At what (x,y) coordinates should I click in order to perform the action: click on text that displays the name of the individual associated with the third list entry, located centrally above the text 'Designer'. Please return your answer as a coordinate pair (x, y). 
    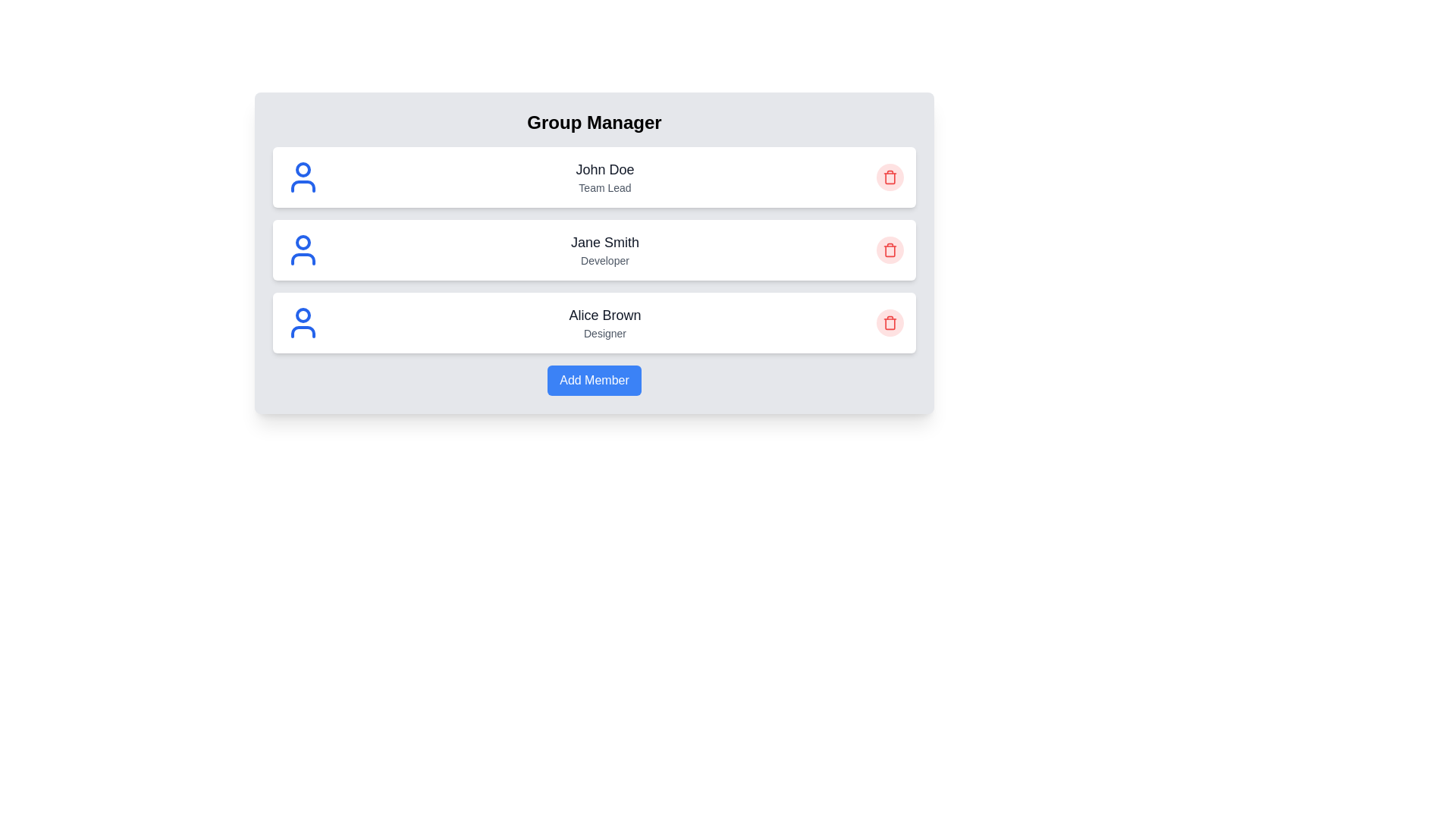
    Looking at the image, I should click on (604, 315).